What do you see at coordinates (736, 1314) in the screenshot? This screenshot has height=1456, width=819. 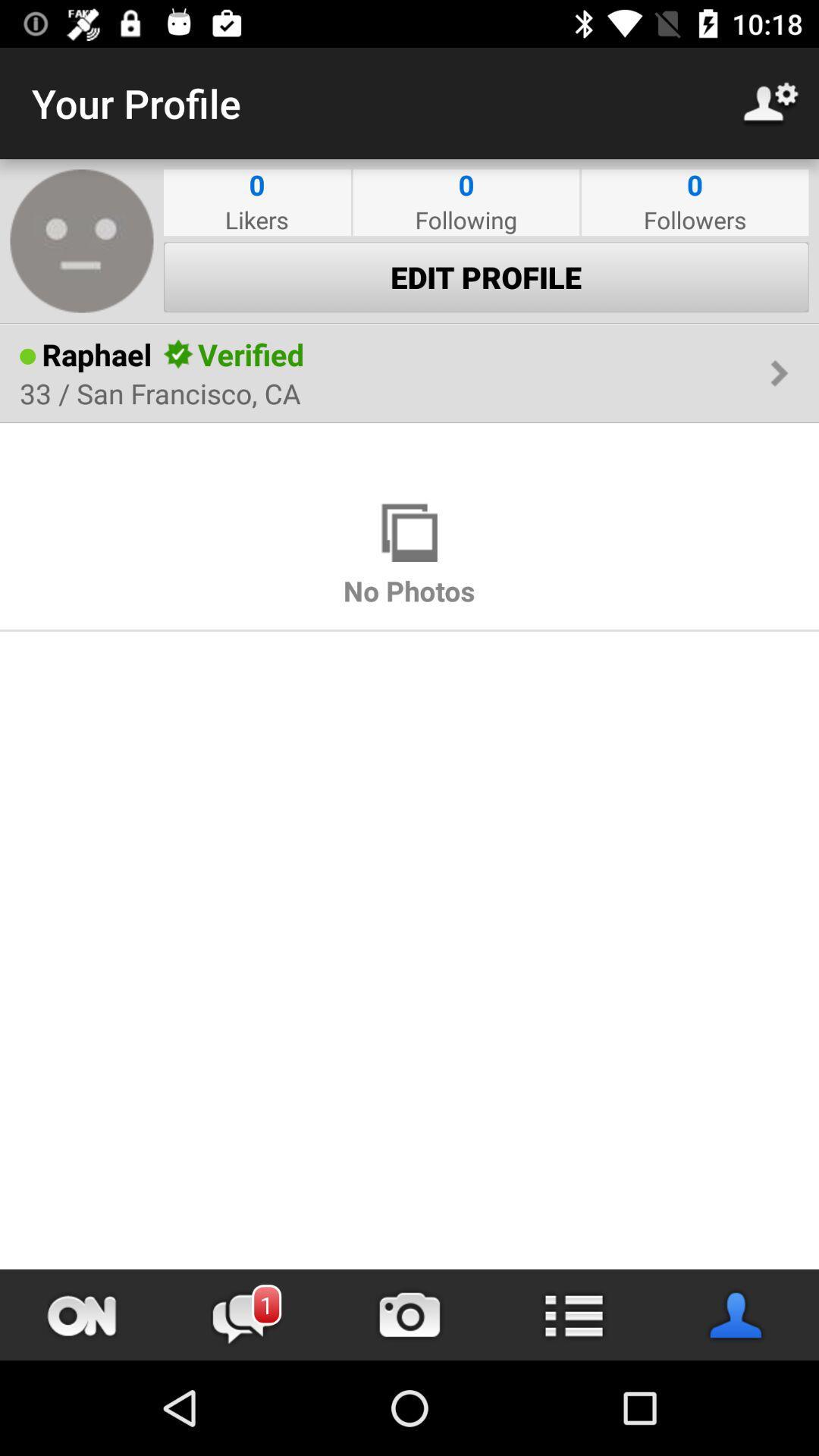 I see `user information` at bounding box center [736, 1314].